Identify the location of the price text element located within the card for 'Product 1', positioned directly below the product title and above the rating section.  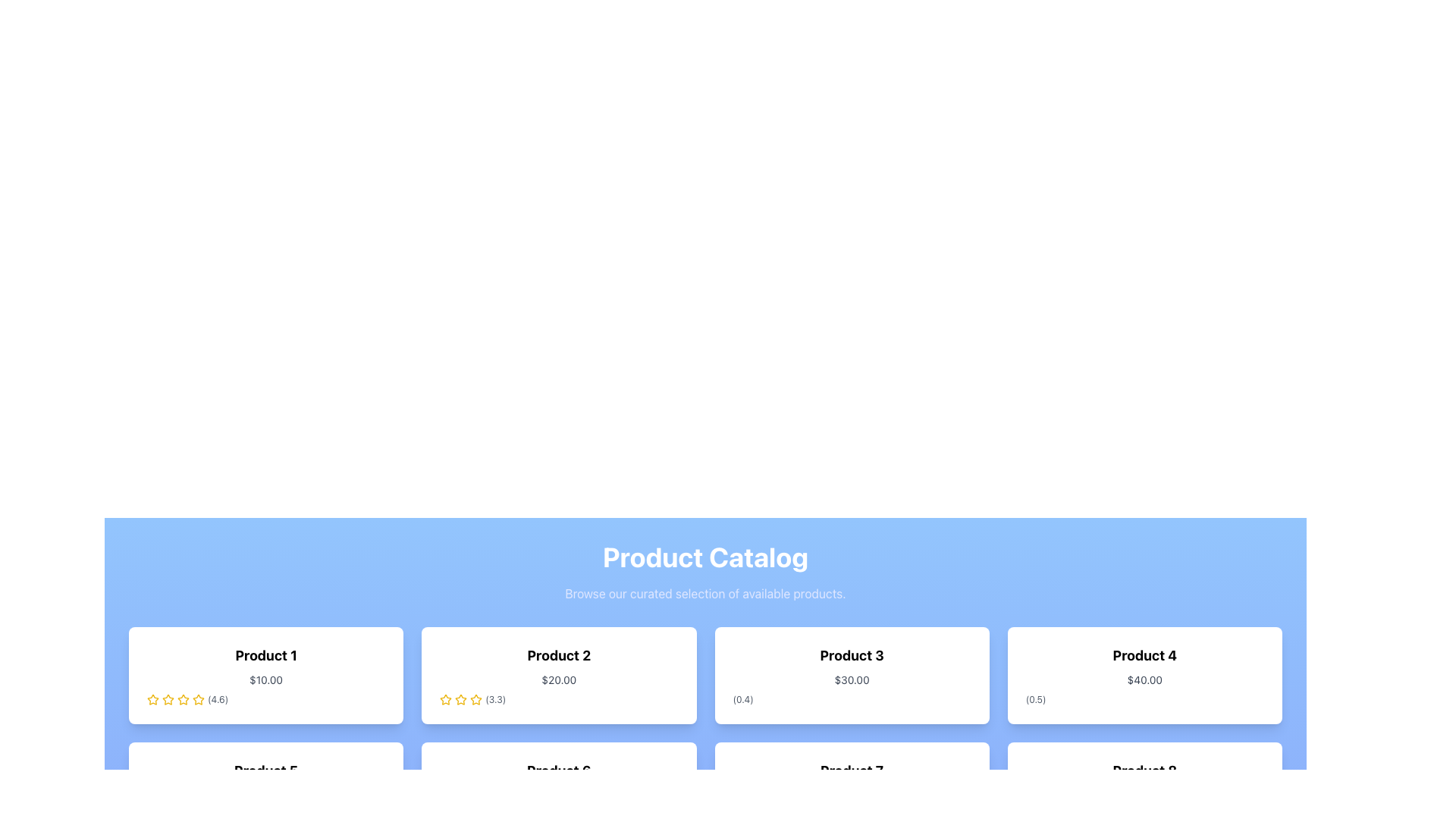
(266, 679).